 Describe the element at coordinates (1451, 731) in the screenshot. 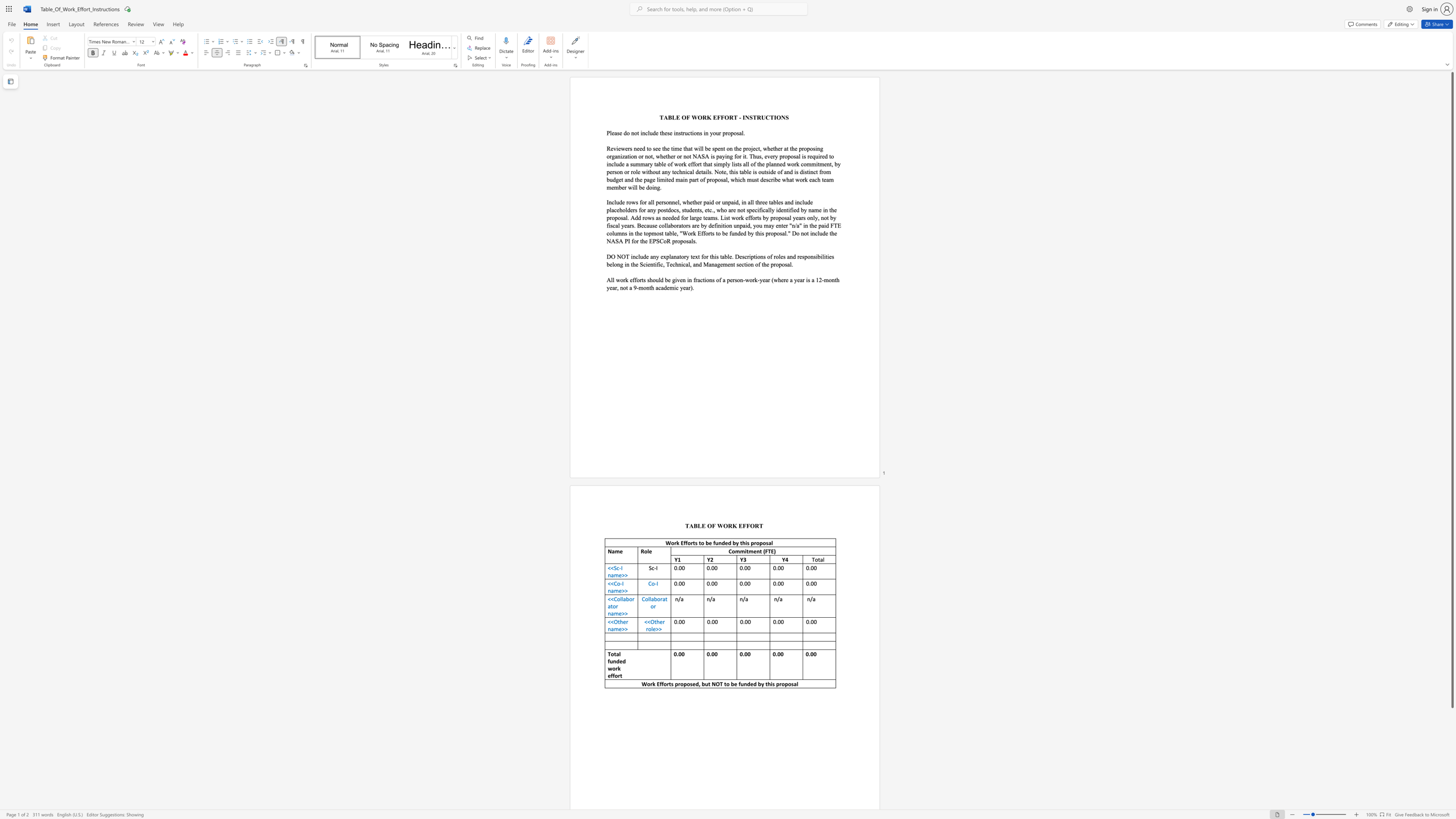

I see `the scrollbar on the right to shift the page lower` at that location.